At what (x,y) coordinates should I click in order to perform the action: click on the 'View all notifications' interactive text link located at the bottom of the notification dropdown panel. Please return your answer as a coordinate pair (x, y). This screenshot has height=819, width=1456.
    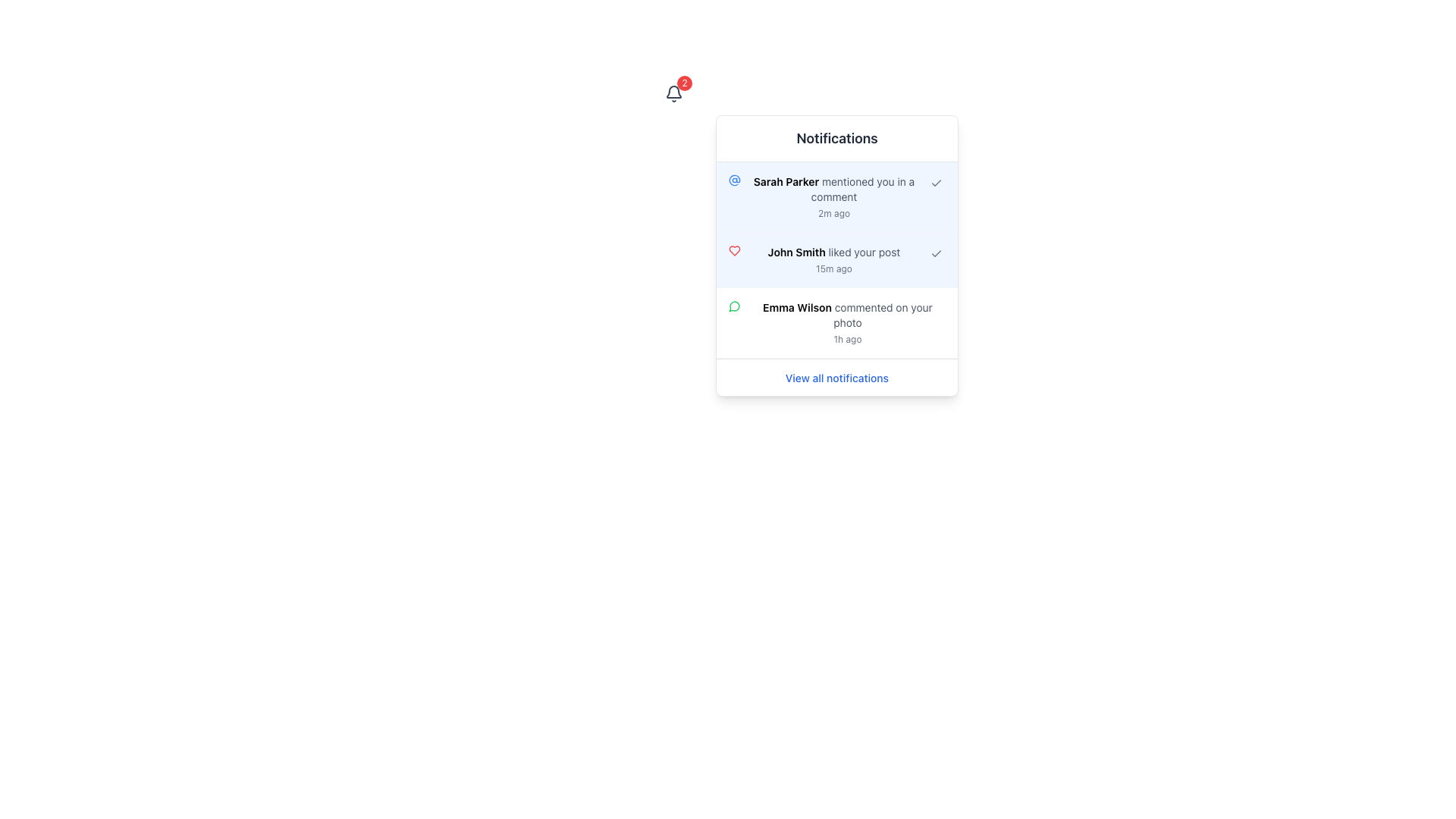
    Looking at the image, I should click on (836, 376).